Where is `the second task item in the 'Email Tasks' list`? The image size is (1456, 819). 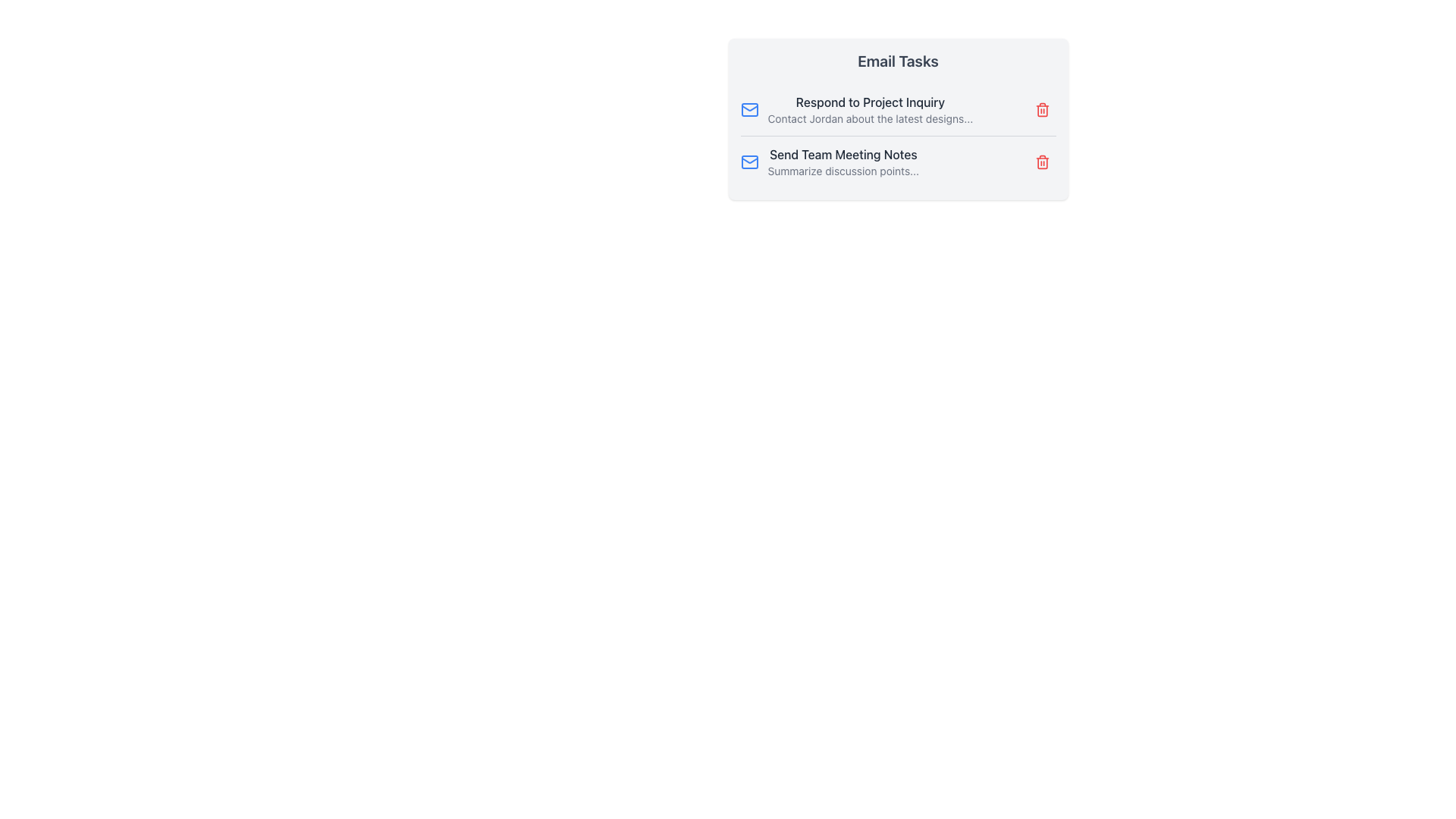
the second task item in the 'Email Tasks' list is located at coordinates (843, 162).